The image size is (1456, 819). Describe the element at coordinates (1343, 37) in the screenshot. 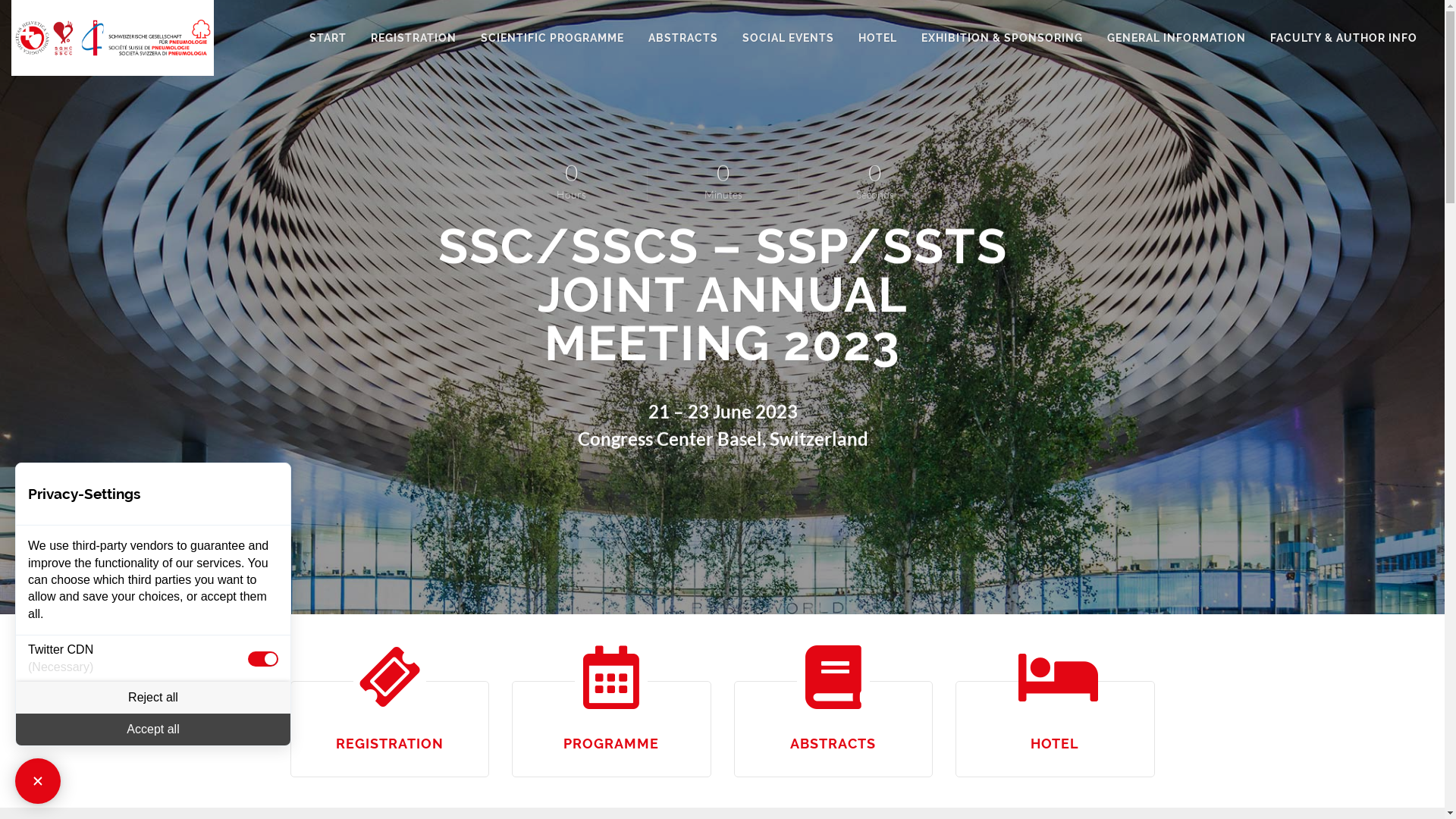

I see `'FACULTY & AUTHOR INFO'` at that location.